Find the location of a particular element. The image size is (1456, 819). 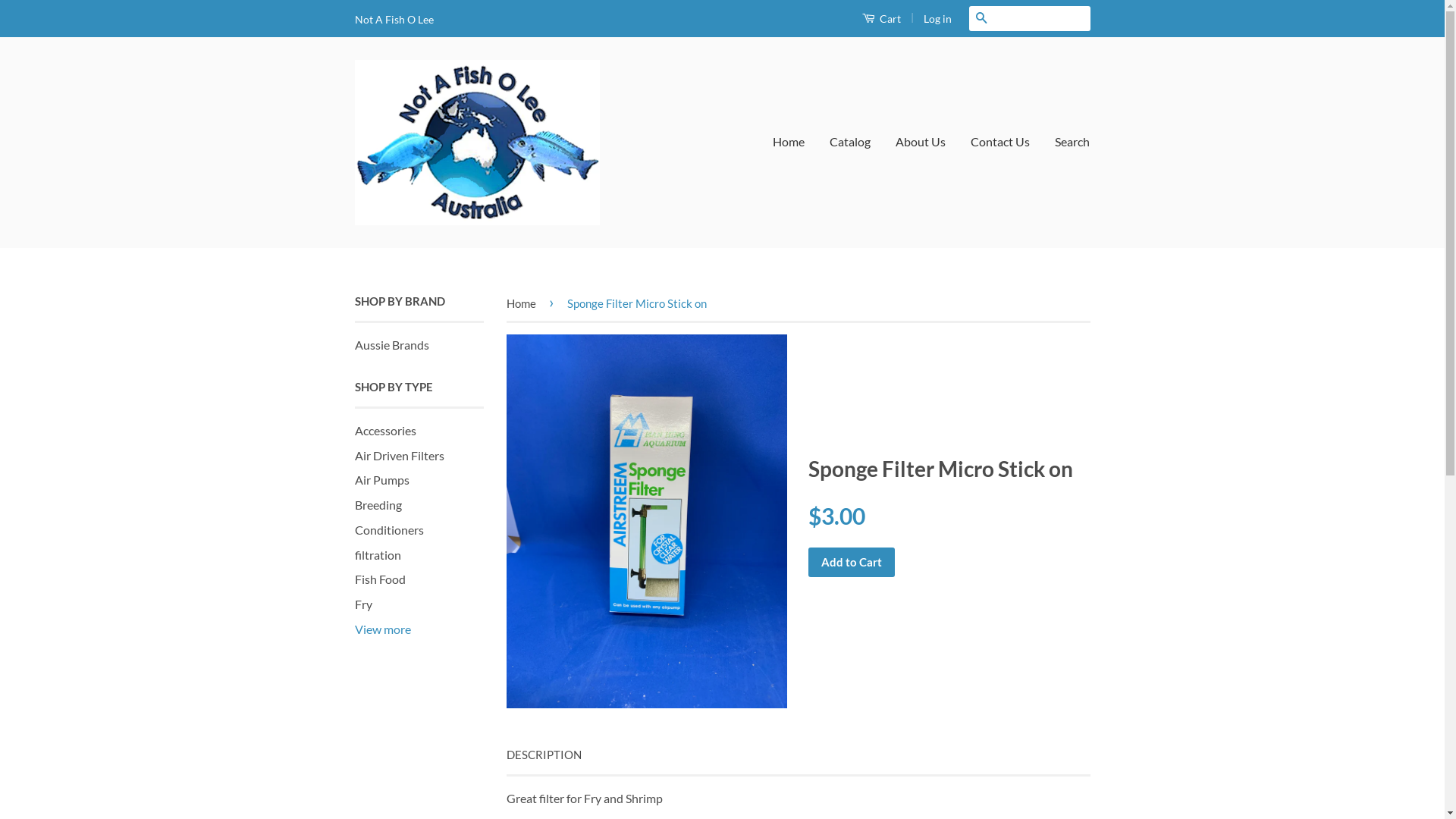

'Accessories' is located at coordinates (385, 430).